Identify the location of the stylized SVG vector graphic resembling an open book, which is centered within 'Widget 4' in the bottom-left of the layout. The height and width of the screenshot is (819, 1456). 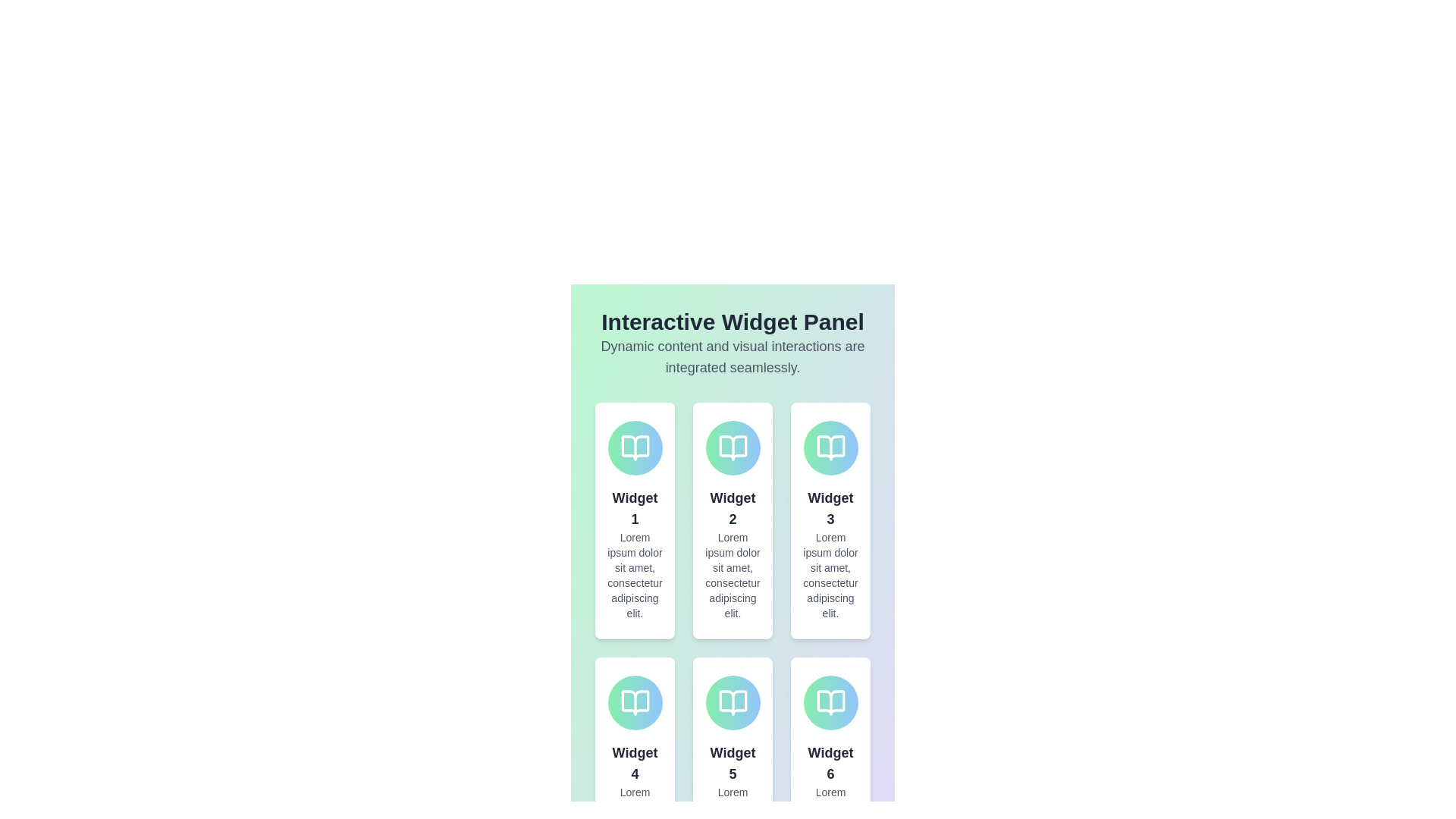
(635, 702).